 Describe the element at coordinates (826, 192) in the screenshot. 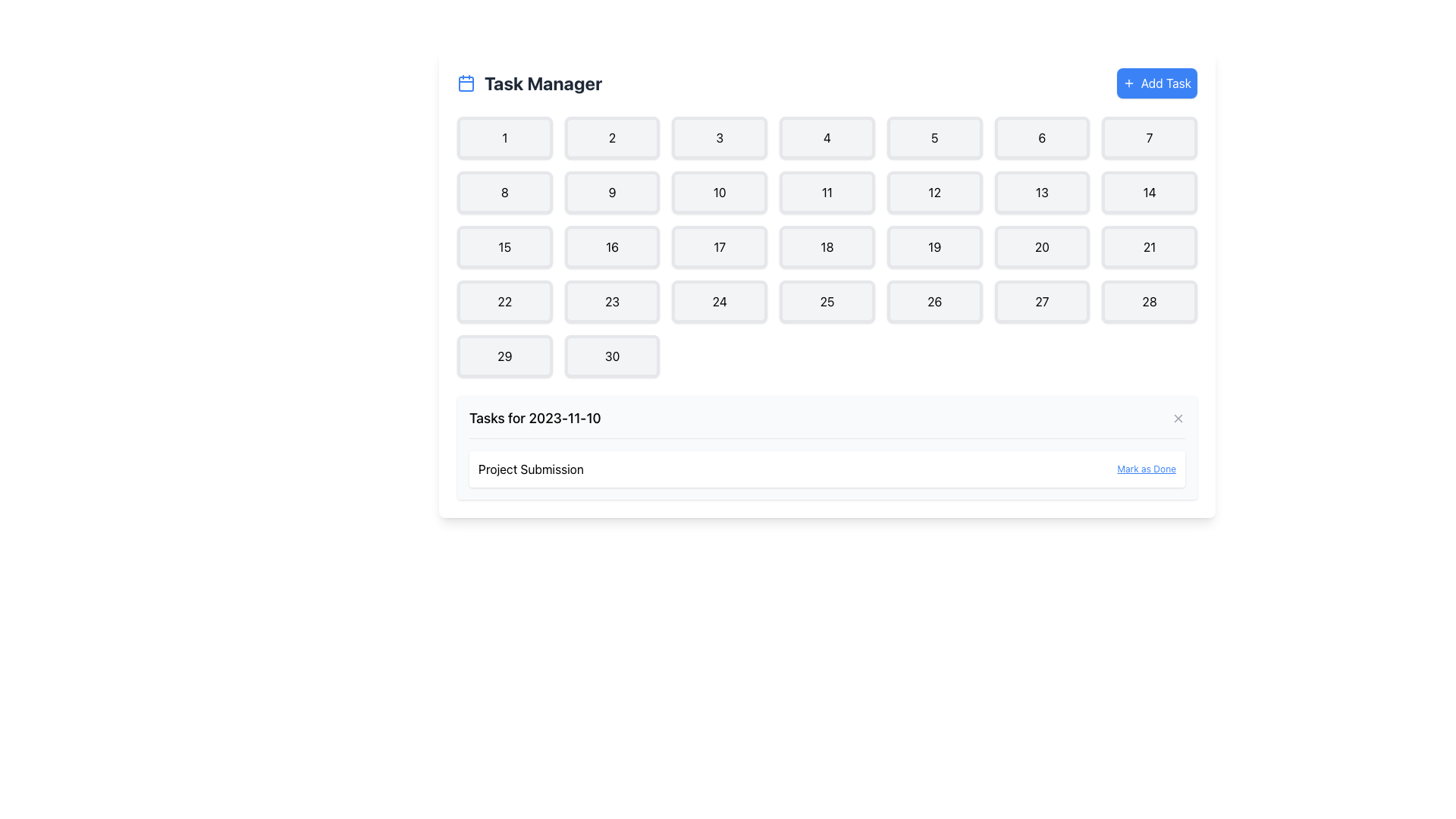

I see `the rectangular button with a light-gray background and the number '11' in bold black font` at that location.